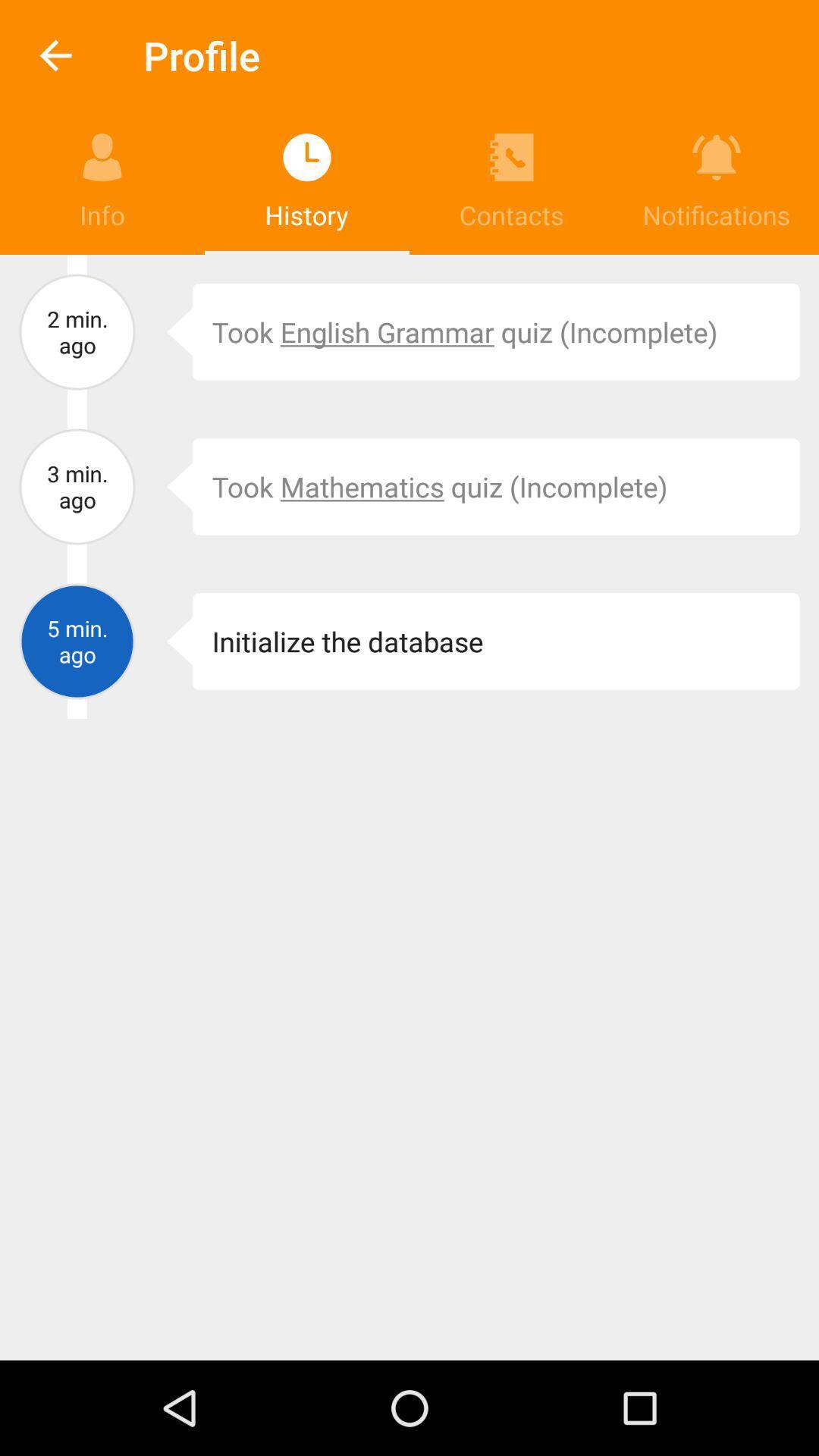 This screenshot has width=819, height=1456. I want to click on item below info item, so click(77, 331).